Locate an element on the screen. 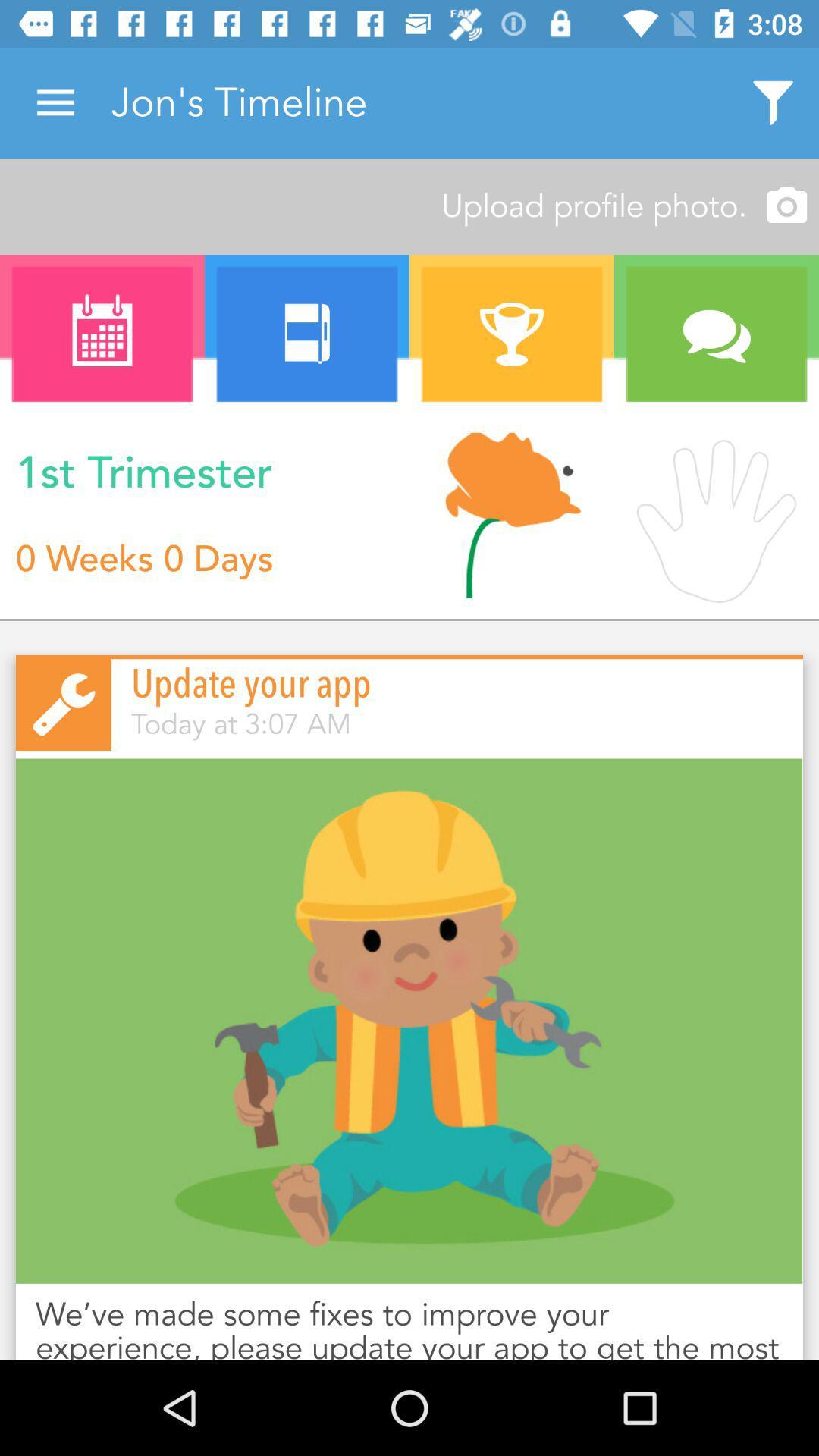 The image size is (819, 1456). item to the left of the jon's timeline icon is located at coordinates (55, 102).